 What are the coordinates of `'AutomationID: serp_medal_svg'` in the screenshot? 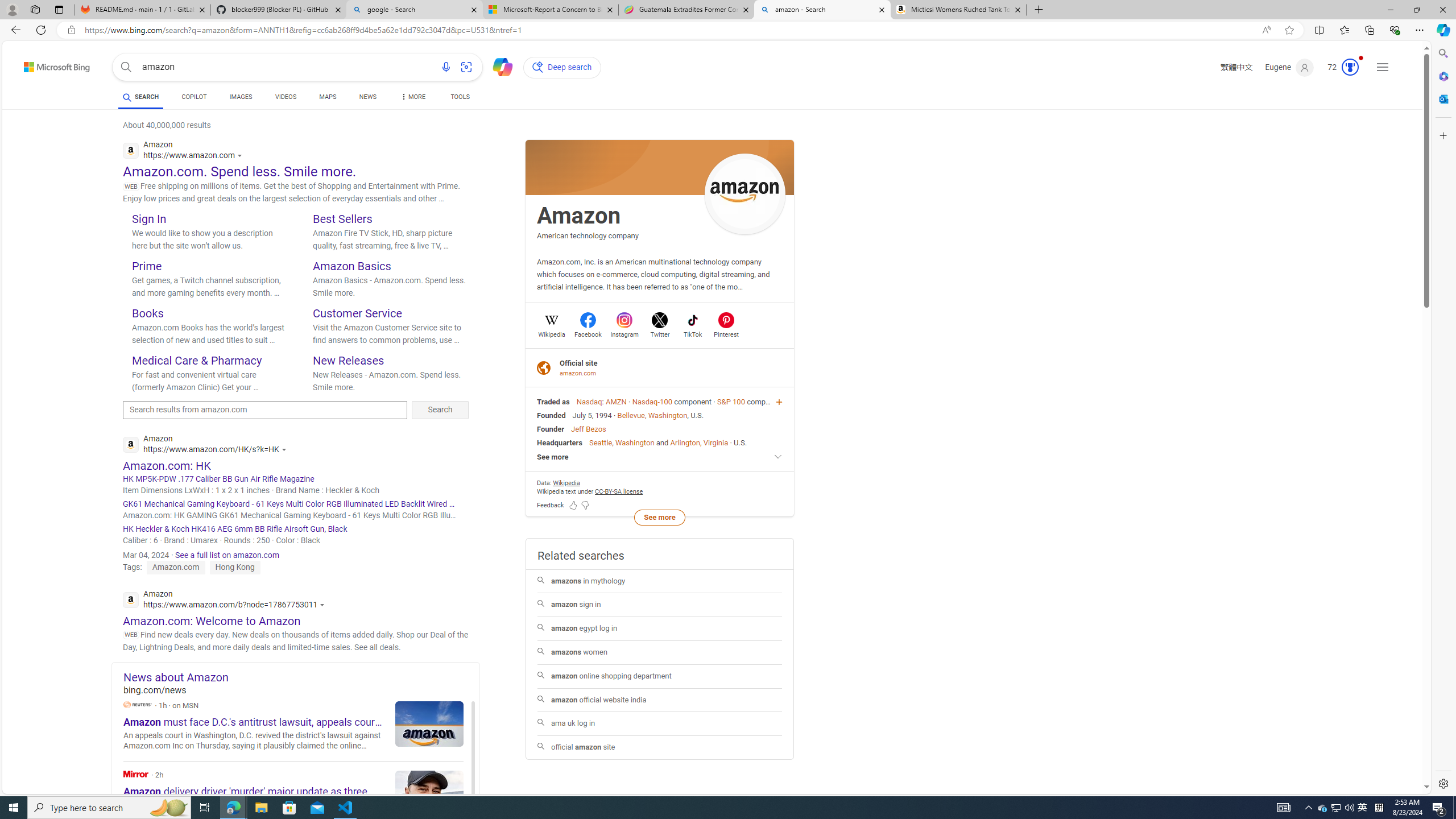 It's located at (1350, 67).